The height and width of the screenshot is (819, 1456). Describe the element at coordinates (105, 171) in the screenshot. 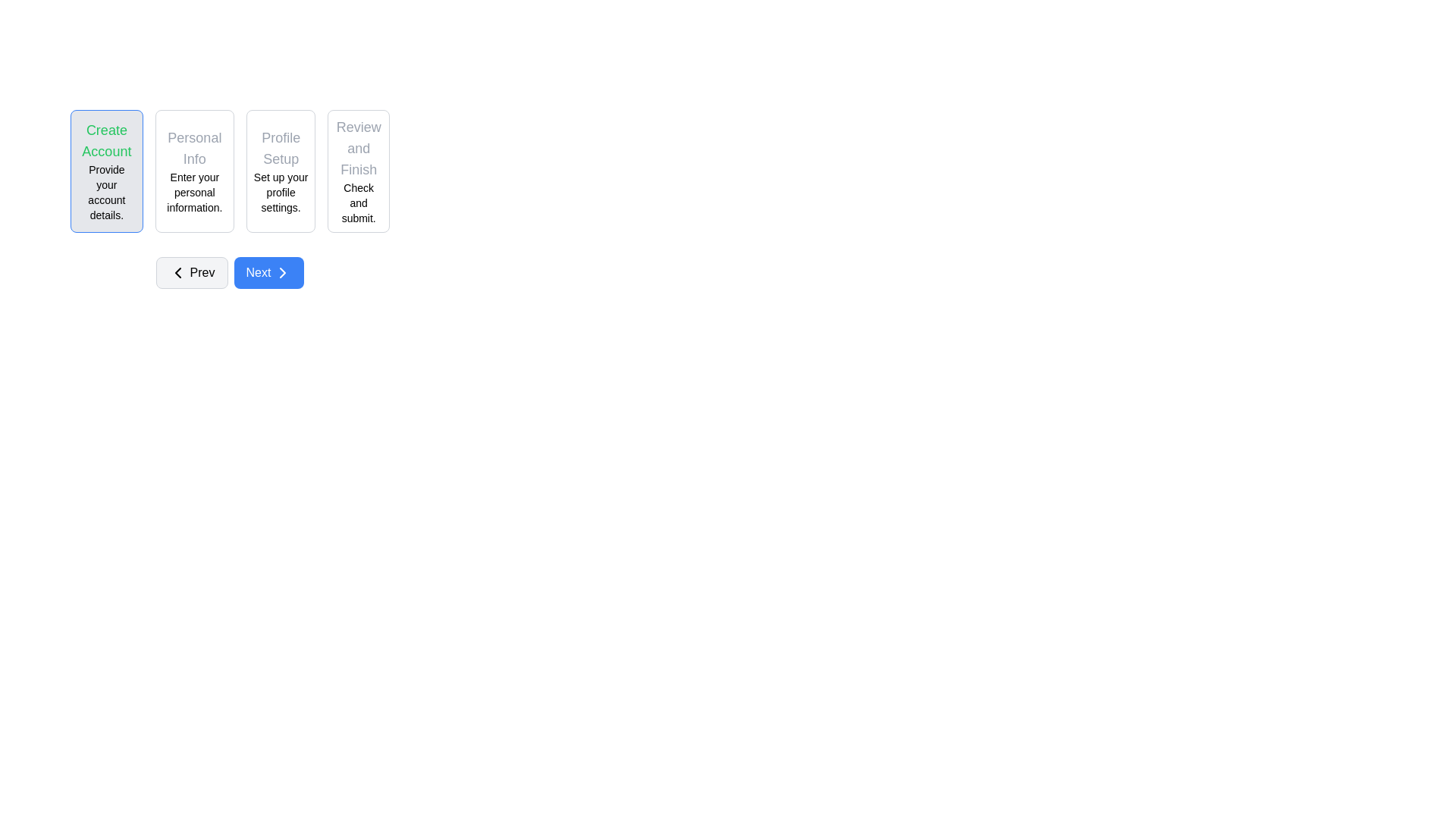

I see `the static text component that displays the title and description of the 'Create Account' step in the step indicator module` at that location.